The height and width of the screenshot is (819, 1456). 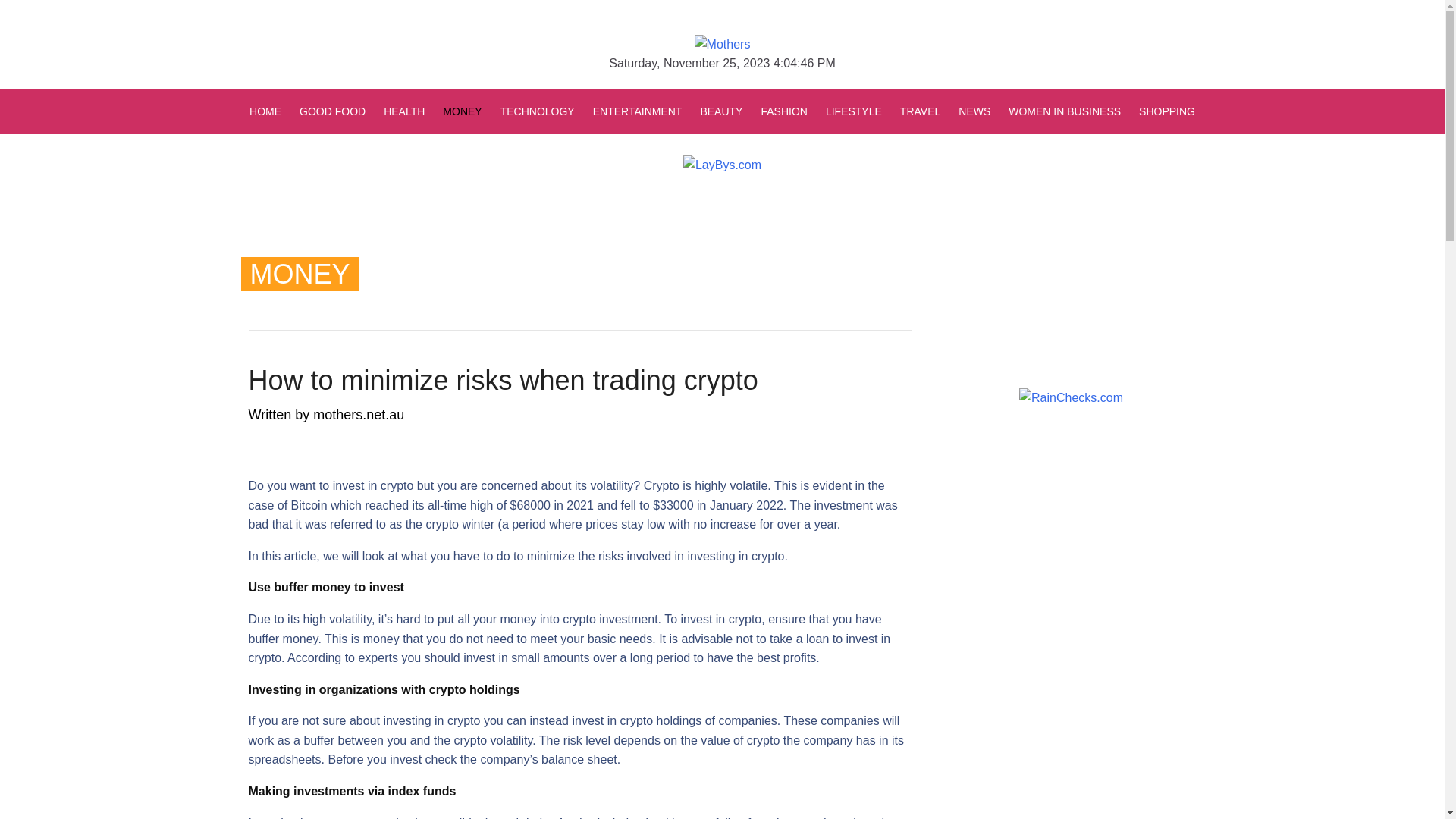 I want to click on 'SHOPPING', so click(x=1161, y=110).